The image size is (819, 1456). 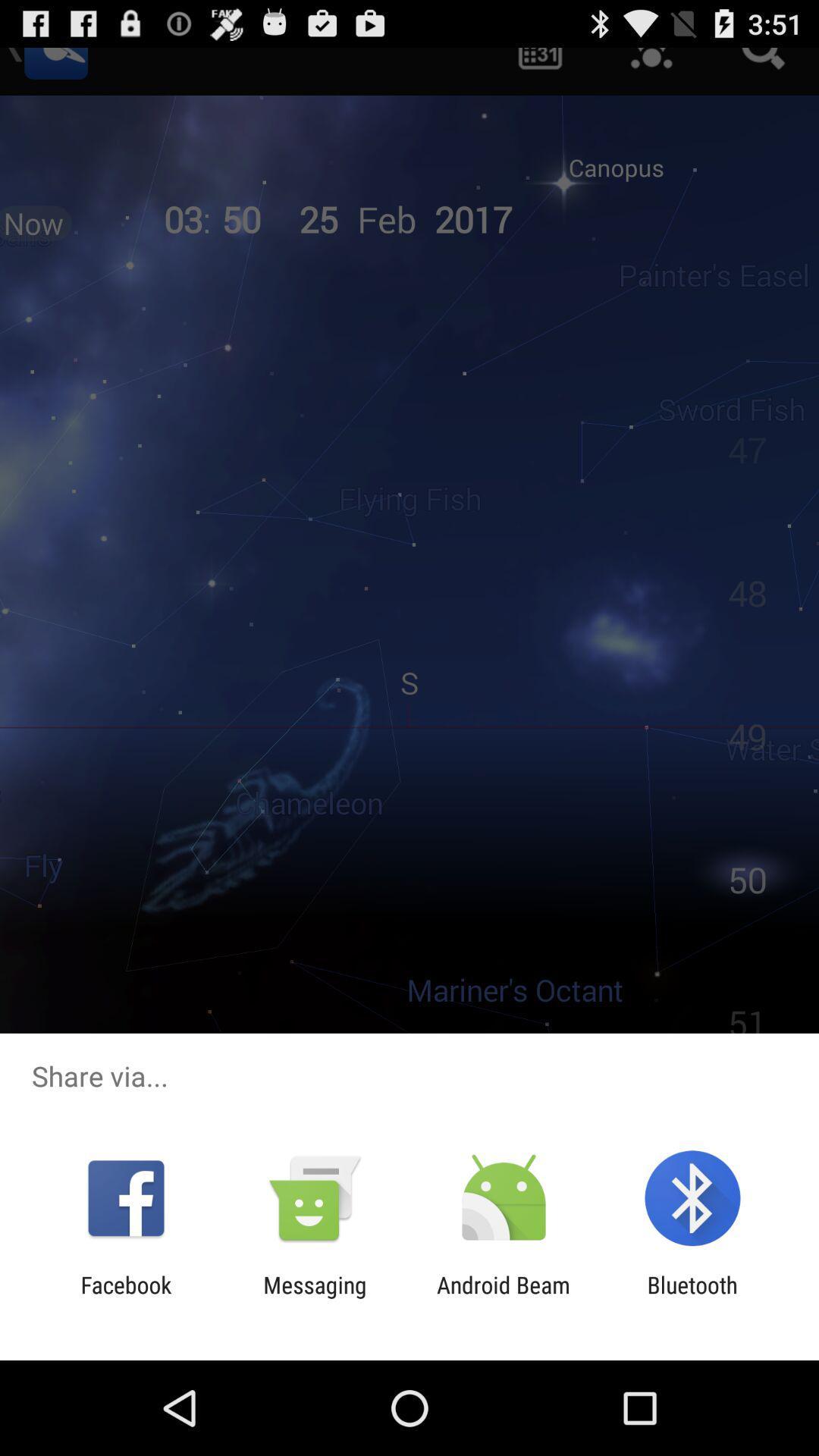 I want to click on the app next to messaging, so click(x=504, y=1298).